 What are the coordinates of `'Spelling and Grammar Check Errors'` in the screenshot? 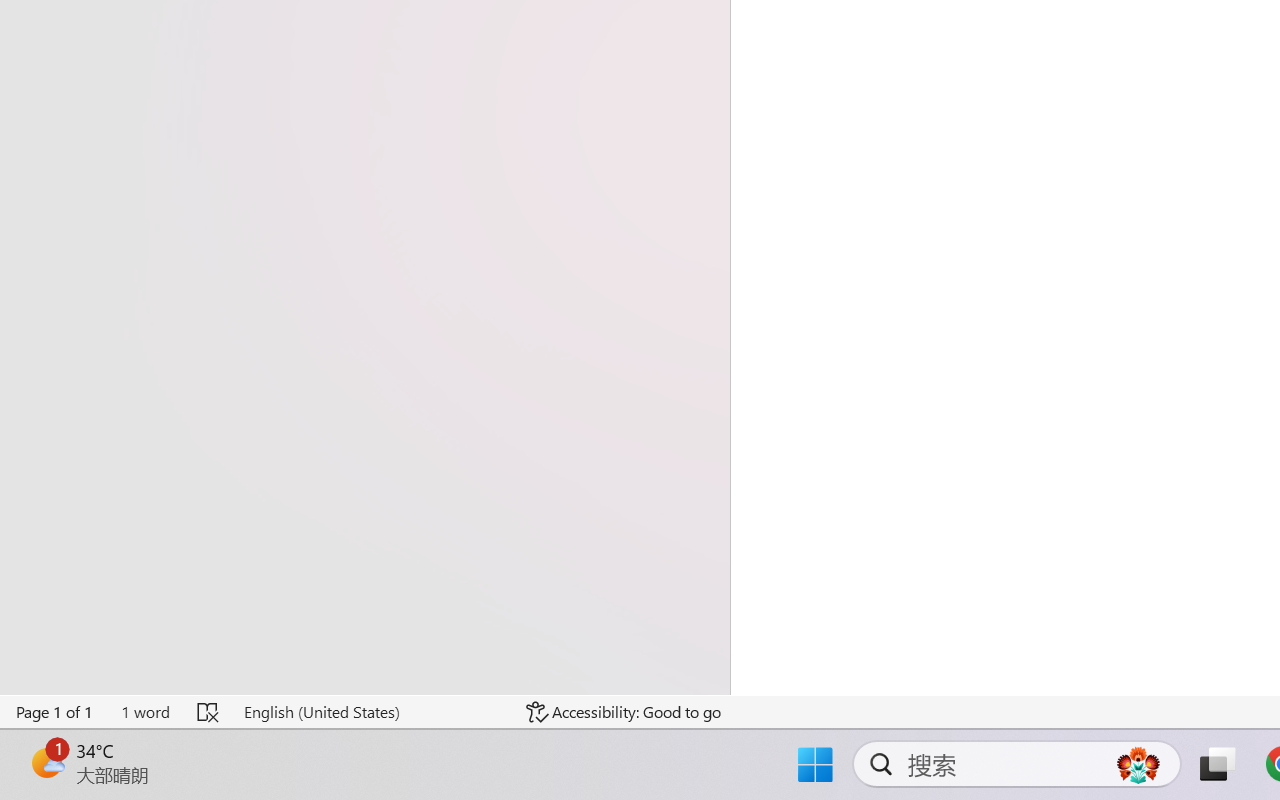 It's located at (209, 711).